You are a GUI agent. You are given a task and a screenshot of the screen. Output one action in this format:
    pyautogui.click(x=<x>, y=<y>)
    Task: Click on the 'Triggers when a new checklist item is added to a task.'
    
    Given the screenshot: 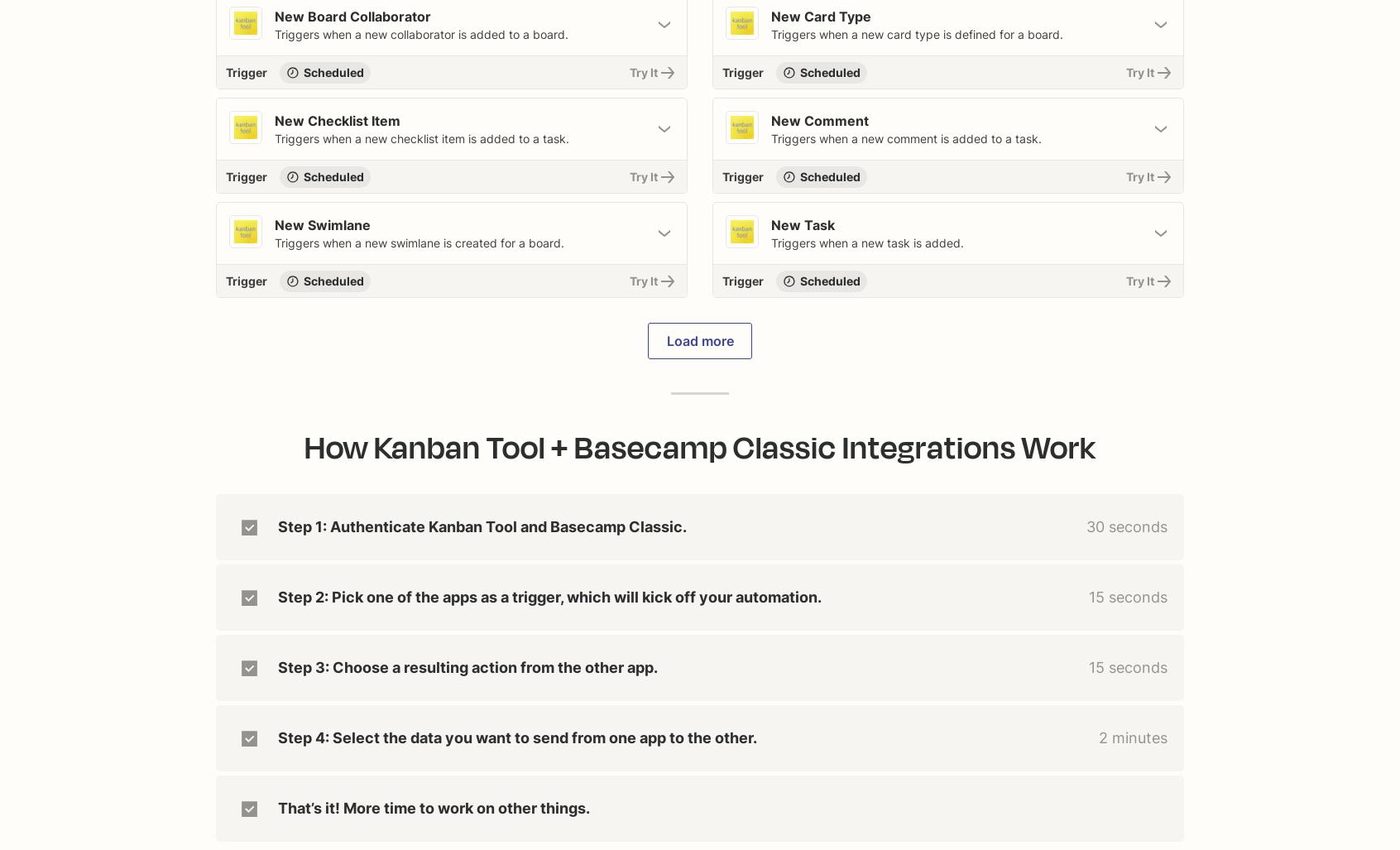 What is the action you would take?
    pyautogui.click(x=421, y=138)
    